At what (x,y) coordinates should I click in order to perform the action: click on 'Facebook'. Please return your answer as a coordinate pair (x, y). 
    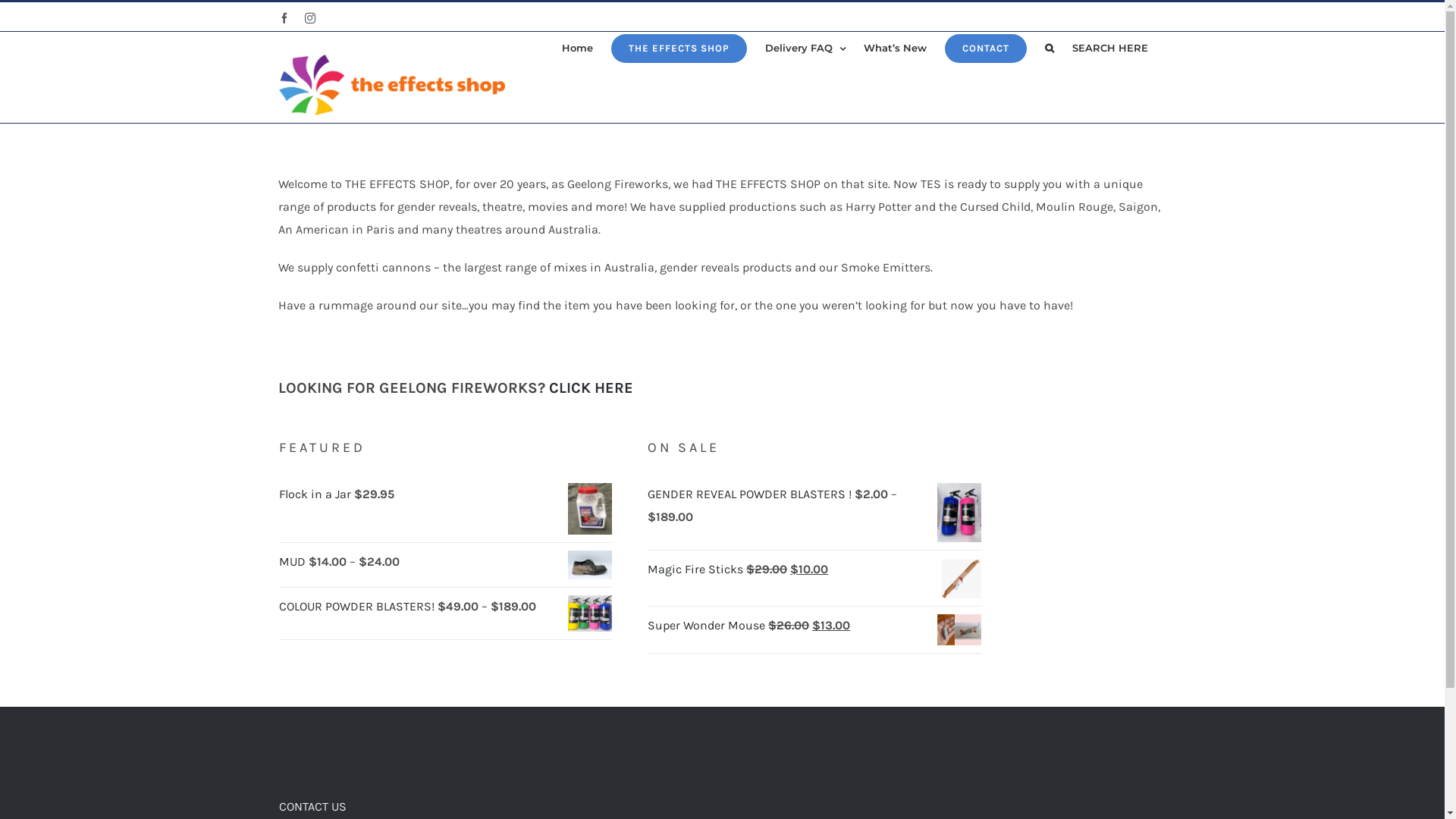
    Looking at the image, I should click on (279, 17).